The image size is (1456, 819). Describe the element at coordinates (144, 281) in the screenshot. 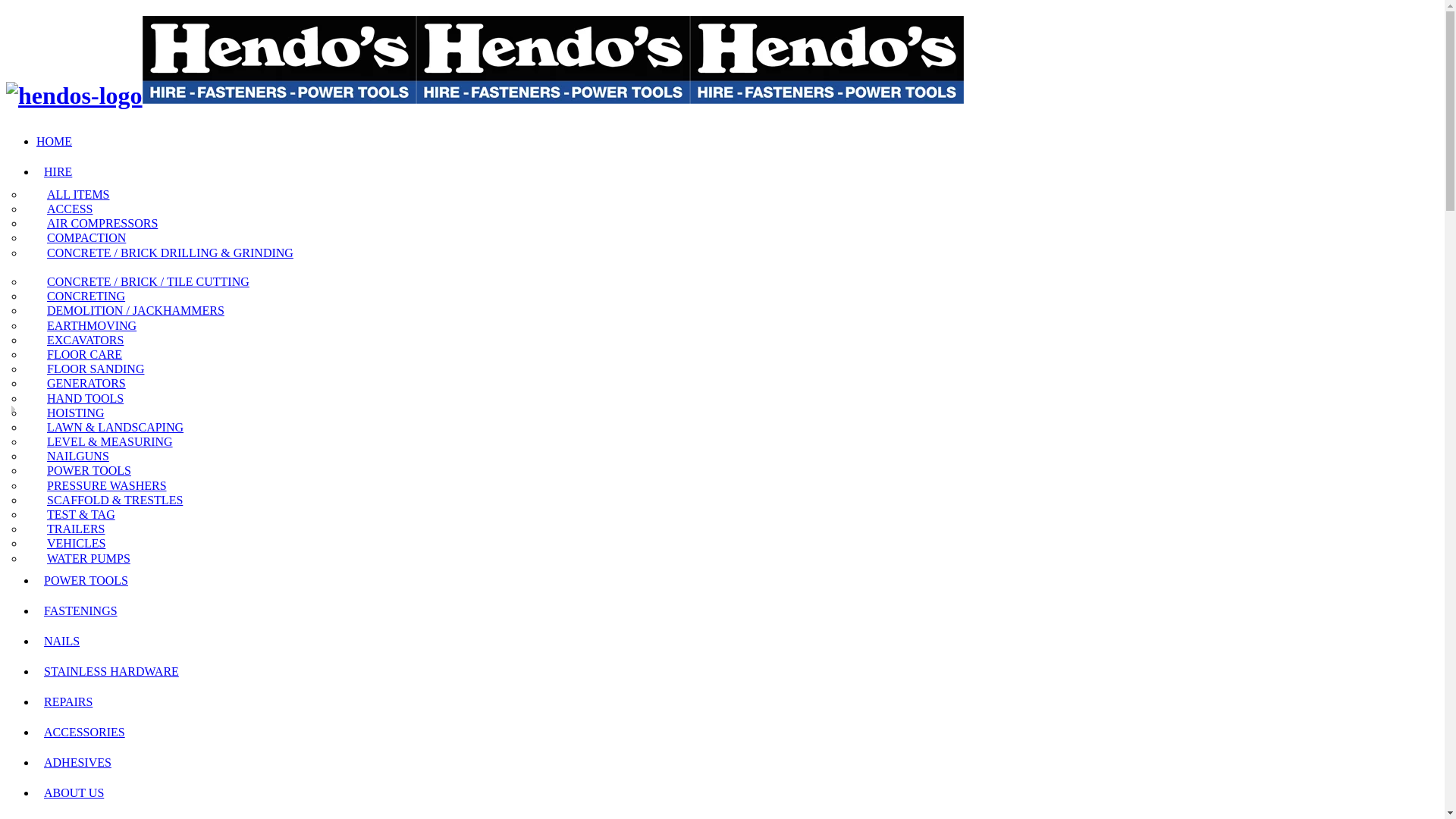

I see `'CONCRETE / BRICK / TILE CUTTING'` at that location.